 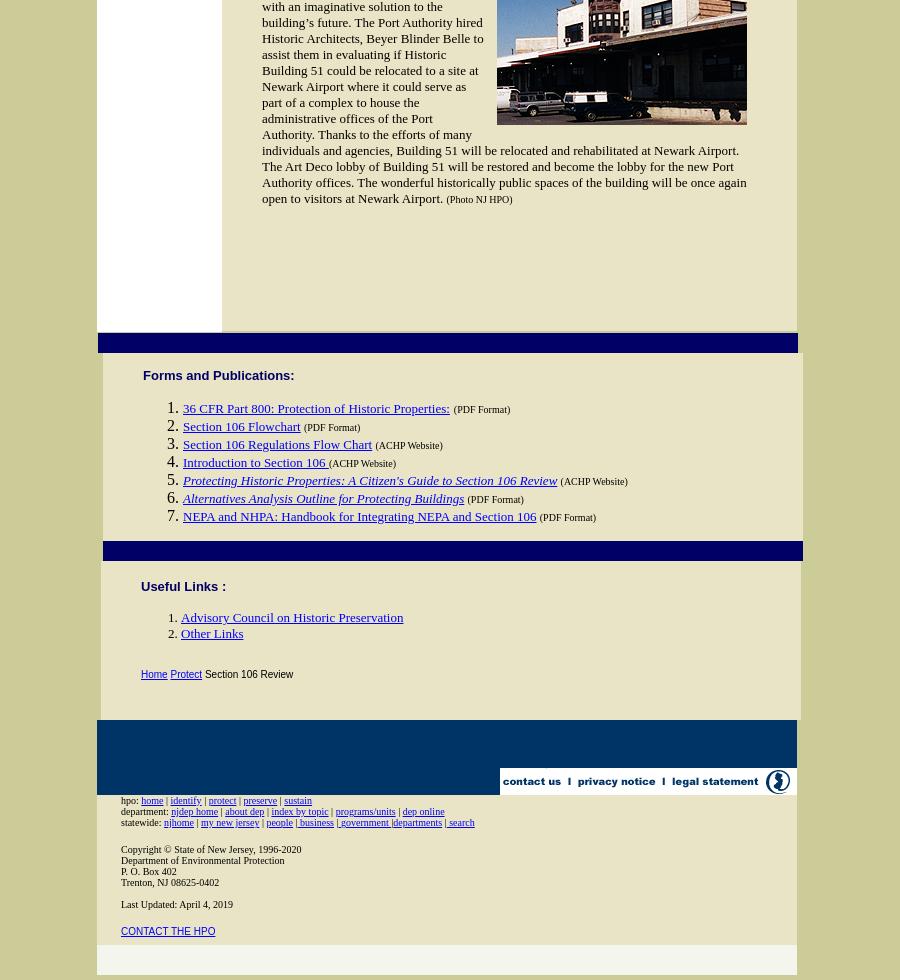 I want to click on 'protect', so click(x=207, y=800).